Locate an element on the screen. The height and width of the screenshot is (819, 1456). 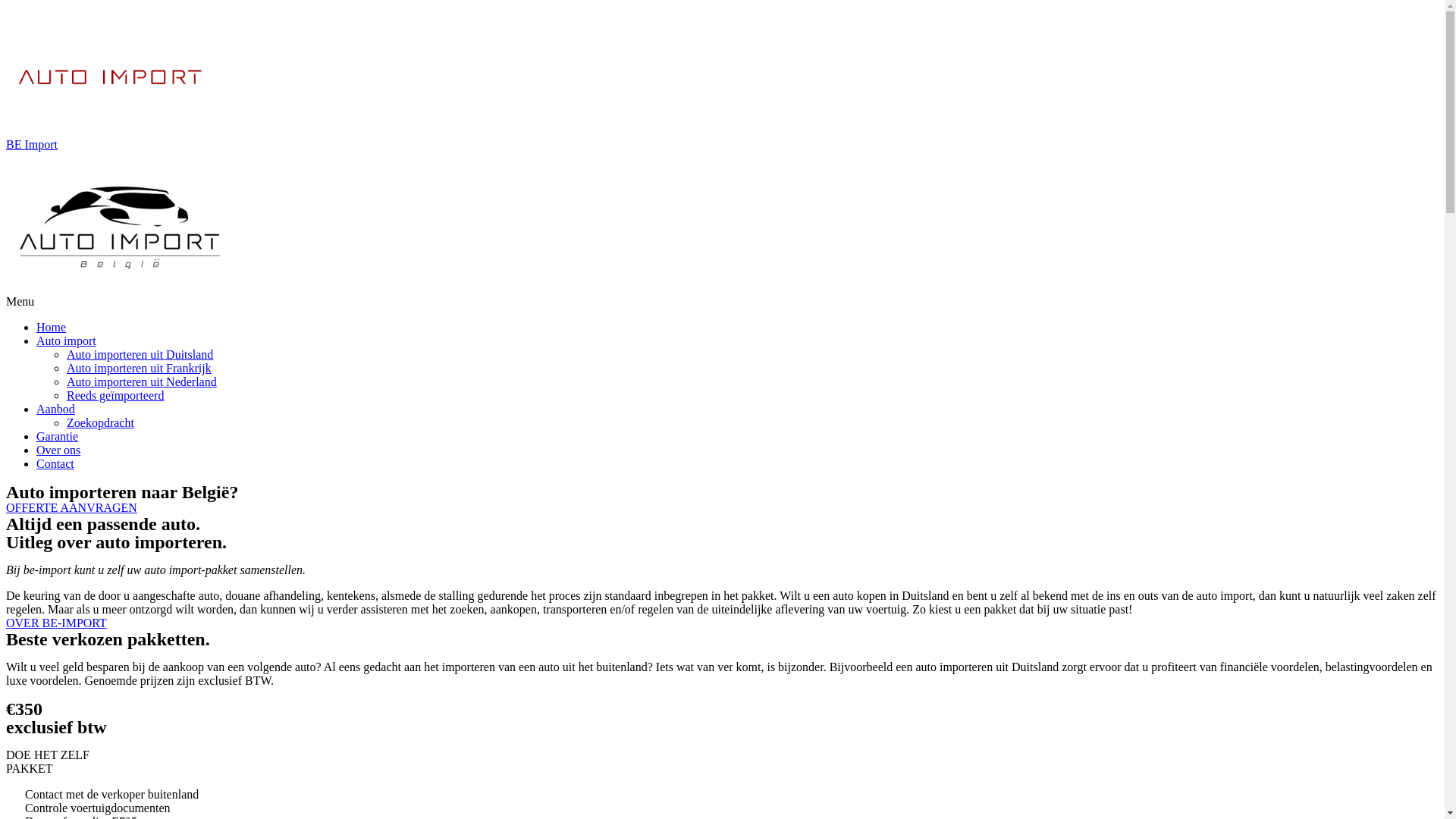
'OVER BE-IMPORT' is located at coordinates (56, 623).